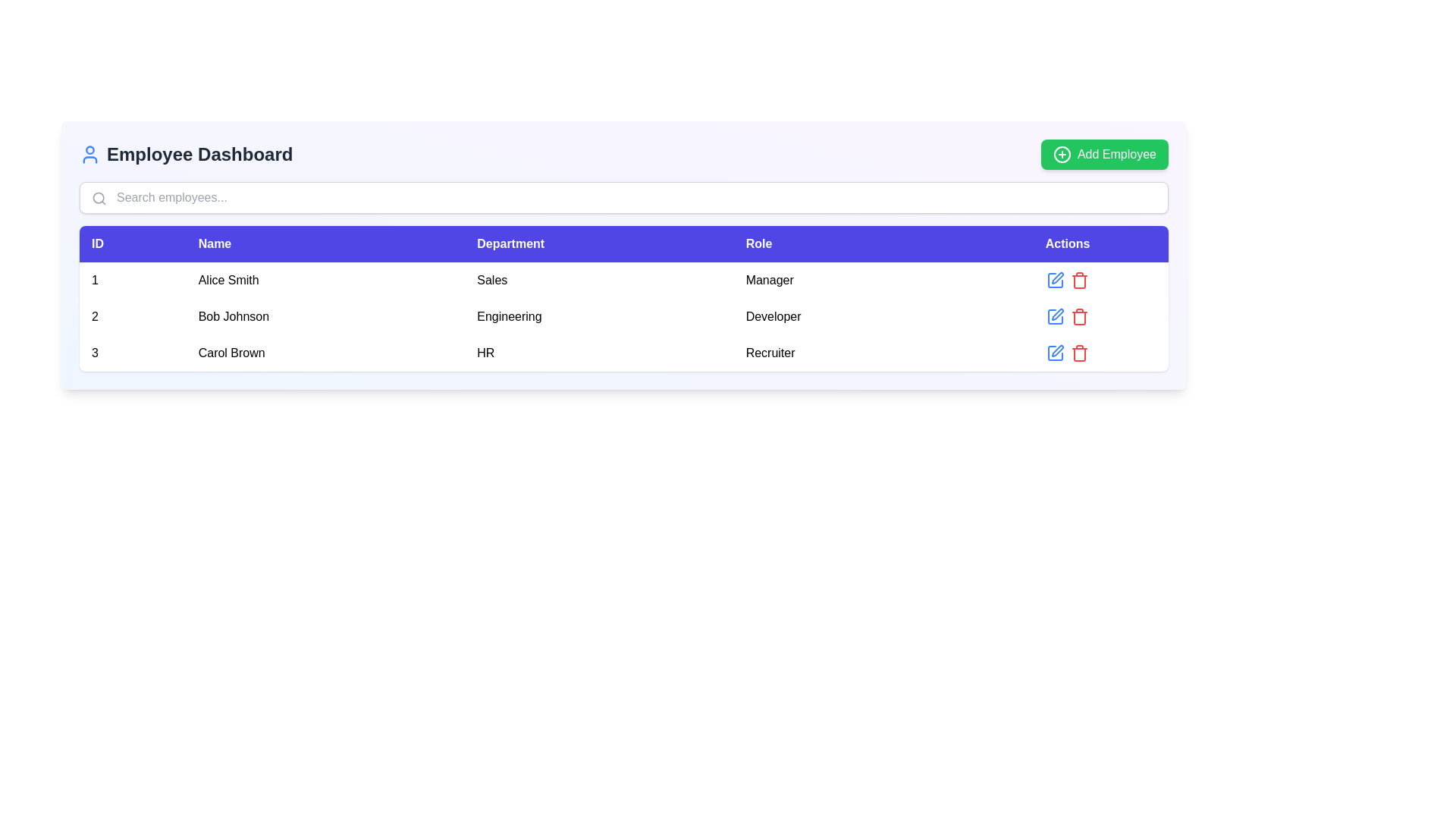 The height and width of the screenshot is (819, 1456). What do you see at coordinates (1079, 281) in the screenshot?
I see `the delete button located in the 'Actions' column of the third row, to the right of the pencil icon` at bounding box center [1079, 281].